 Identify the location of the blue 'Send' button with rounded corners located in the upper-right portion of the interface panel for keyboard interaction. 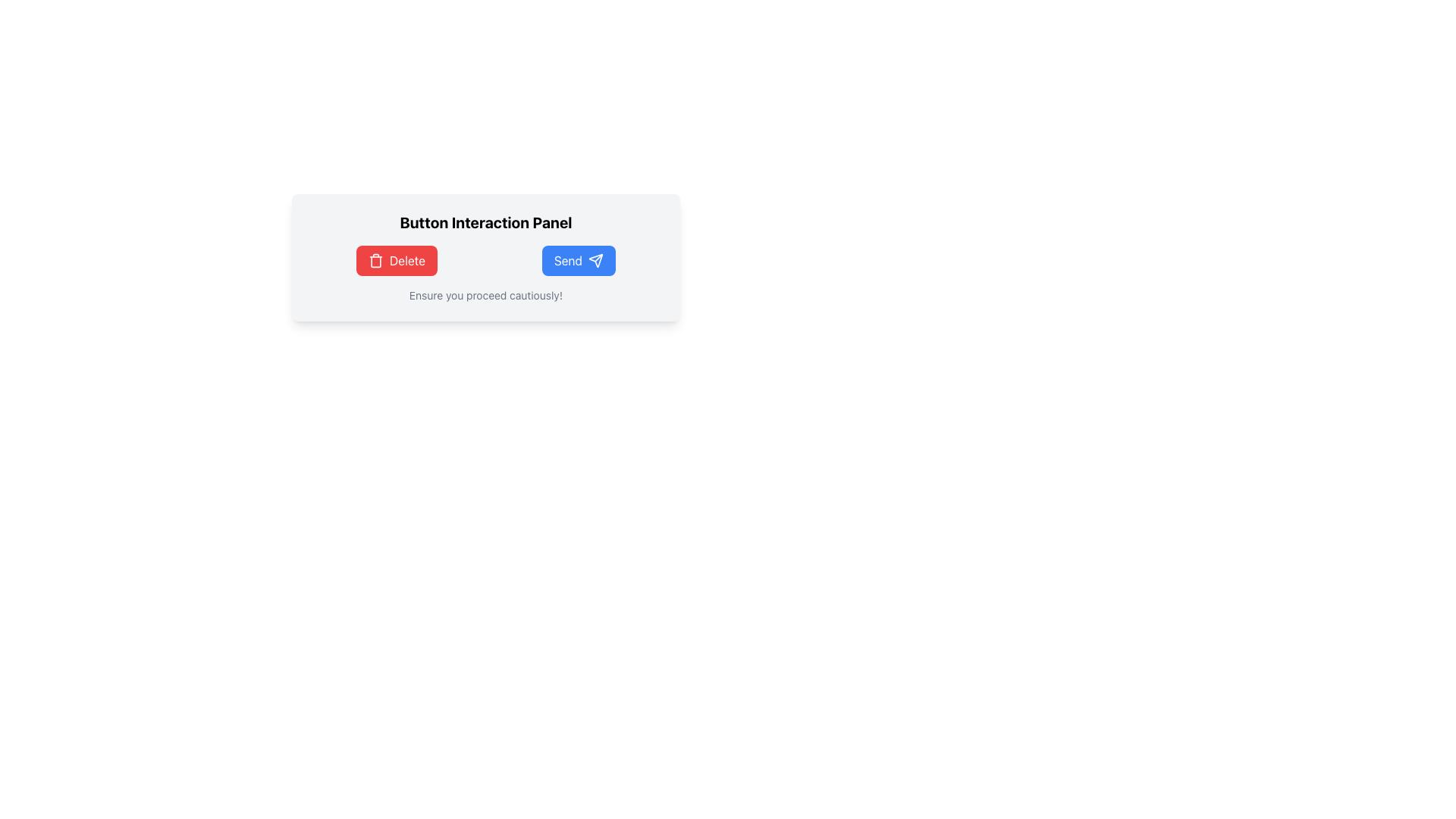
(578, 259).